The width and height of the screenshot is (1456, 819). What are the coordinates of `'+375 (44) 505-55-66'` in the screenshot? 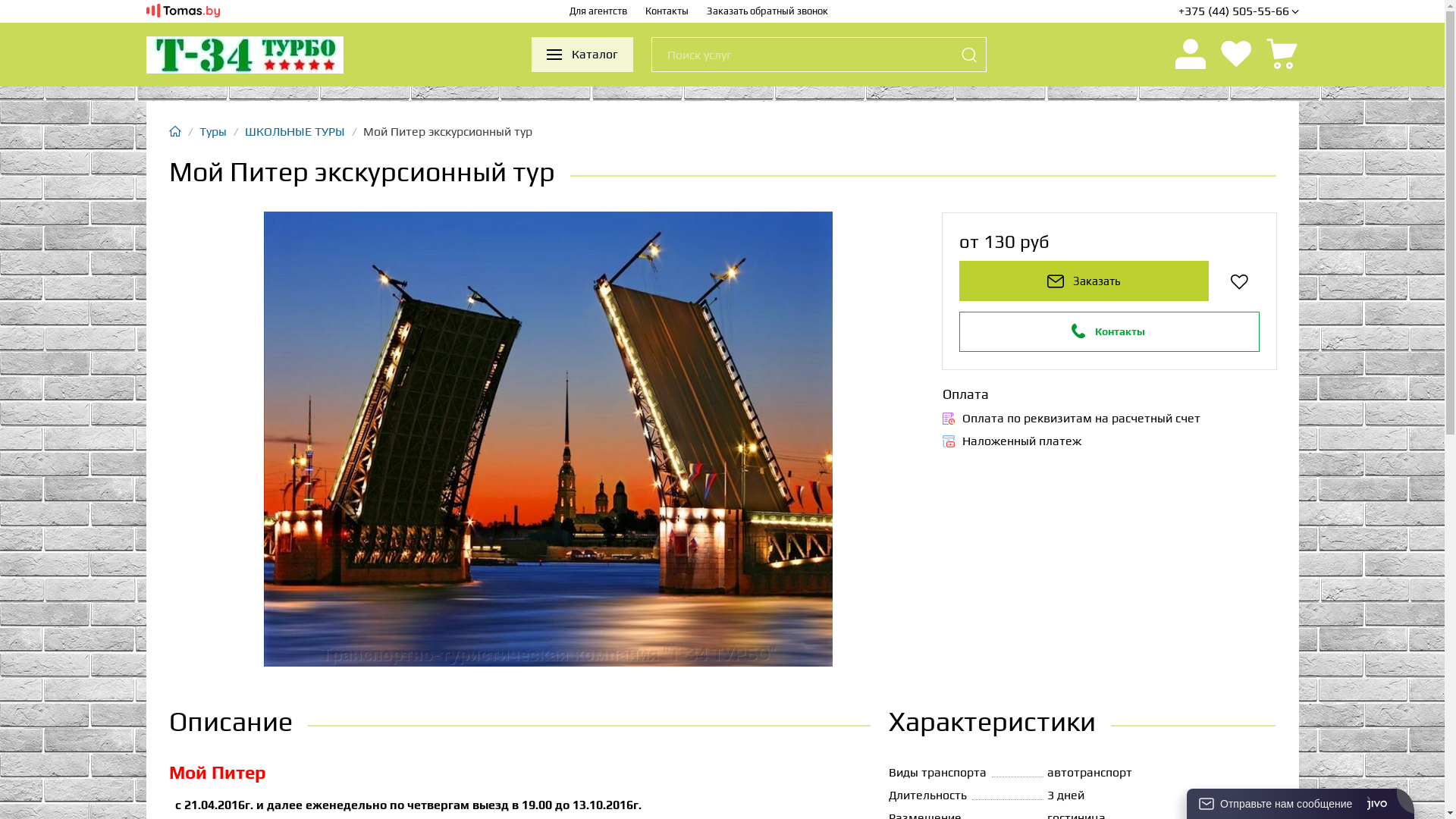 It's located at (1178, 11).